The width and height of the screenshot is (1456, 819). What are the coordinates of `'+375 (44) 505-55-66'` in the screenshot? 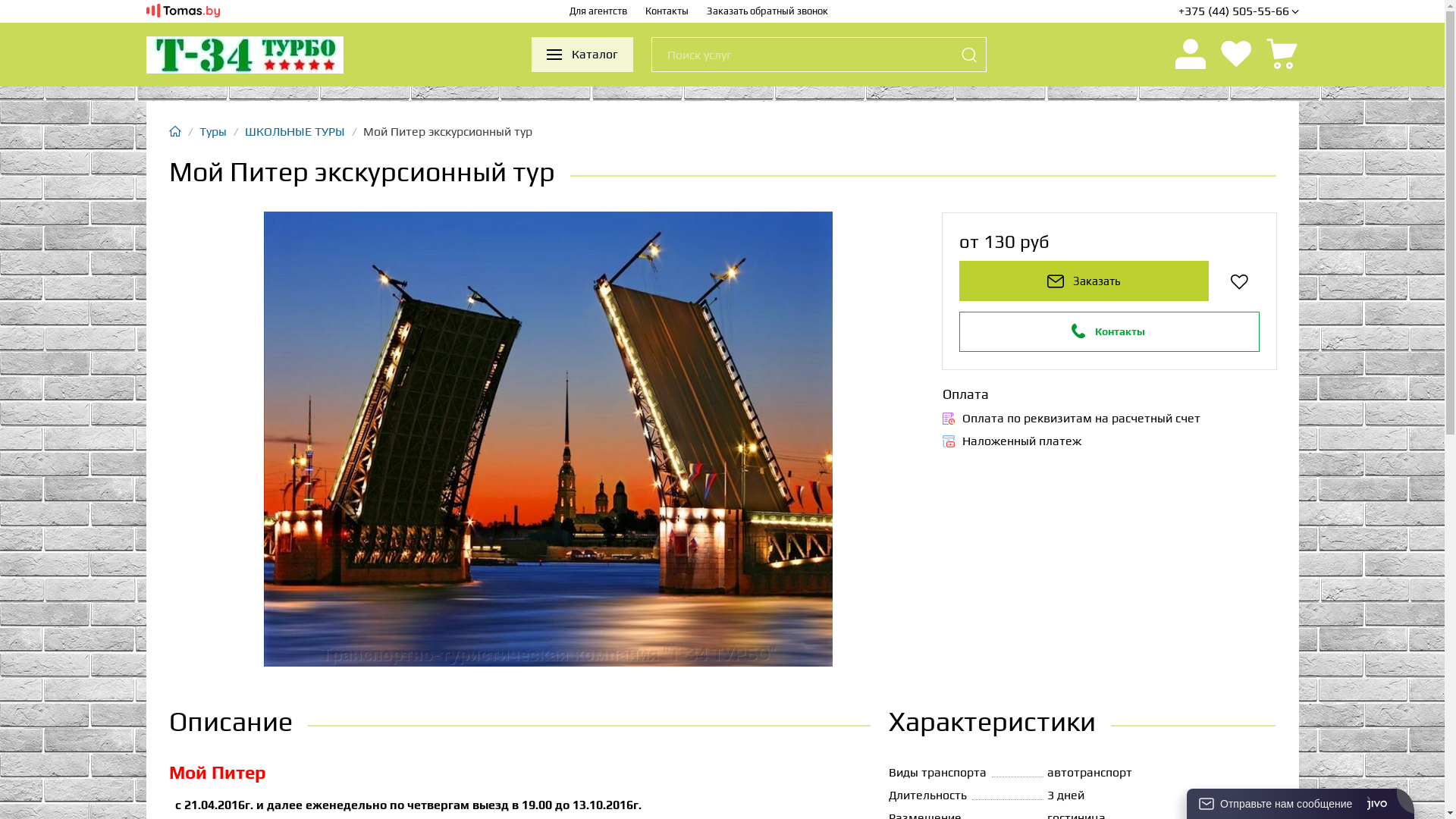 It's located at (1178, 11).